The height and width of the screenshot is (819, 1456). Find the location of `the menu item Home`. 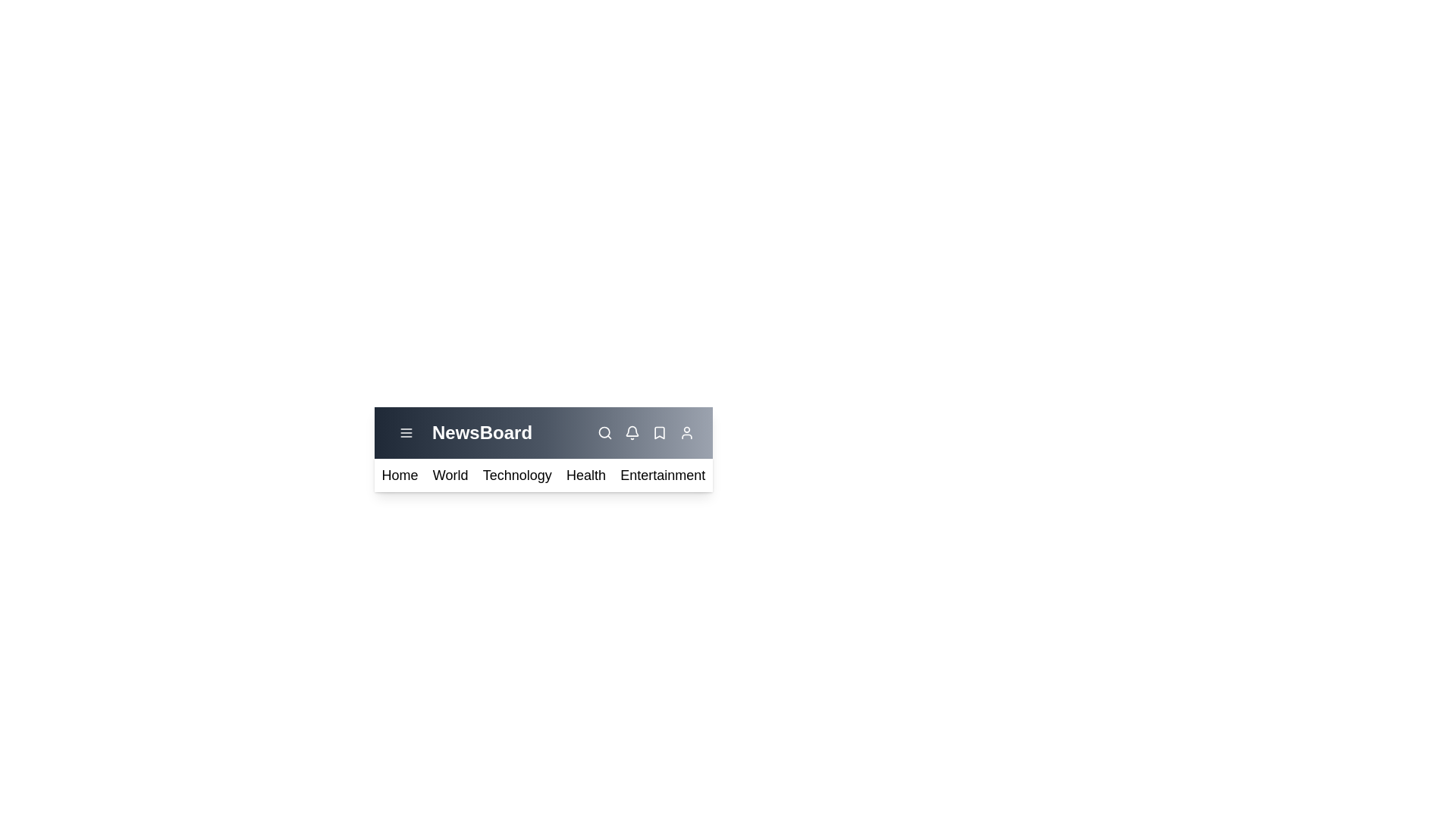

the menu item Home is located at coordinates (400, 475).